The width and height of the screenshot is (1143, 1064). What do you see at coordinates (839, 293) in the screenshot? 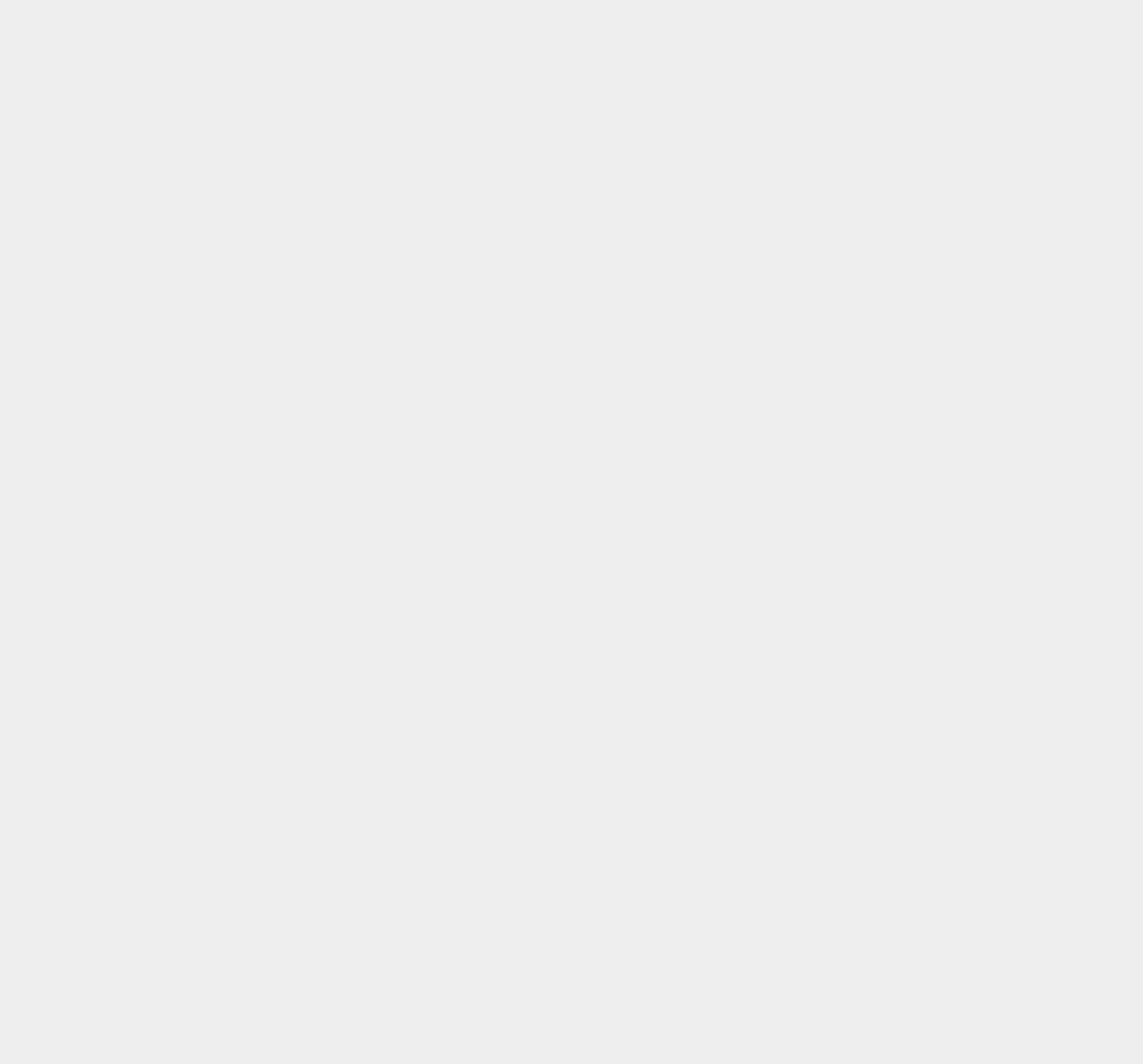
I see `'Firefox OS'` at bounding box center [839, 293].